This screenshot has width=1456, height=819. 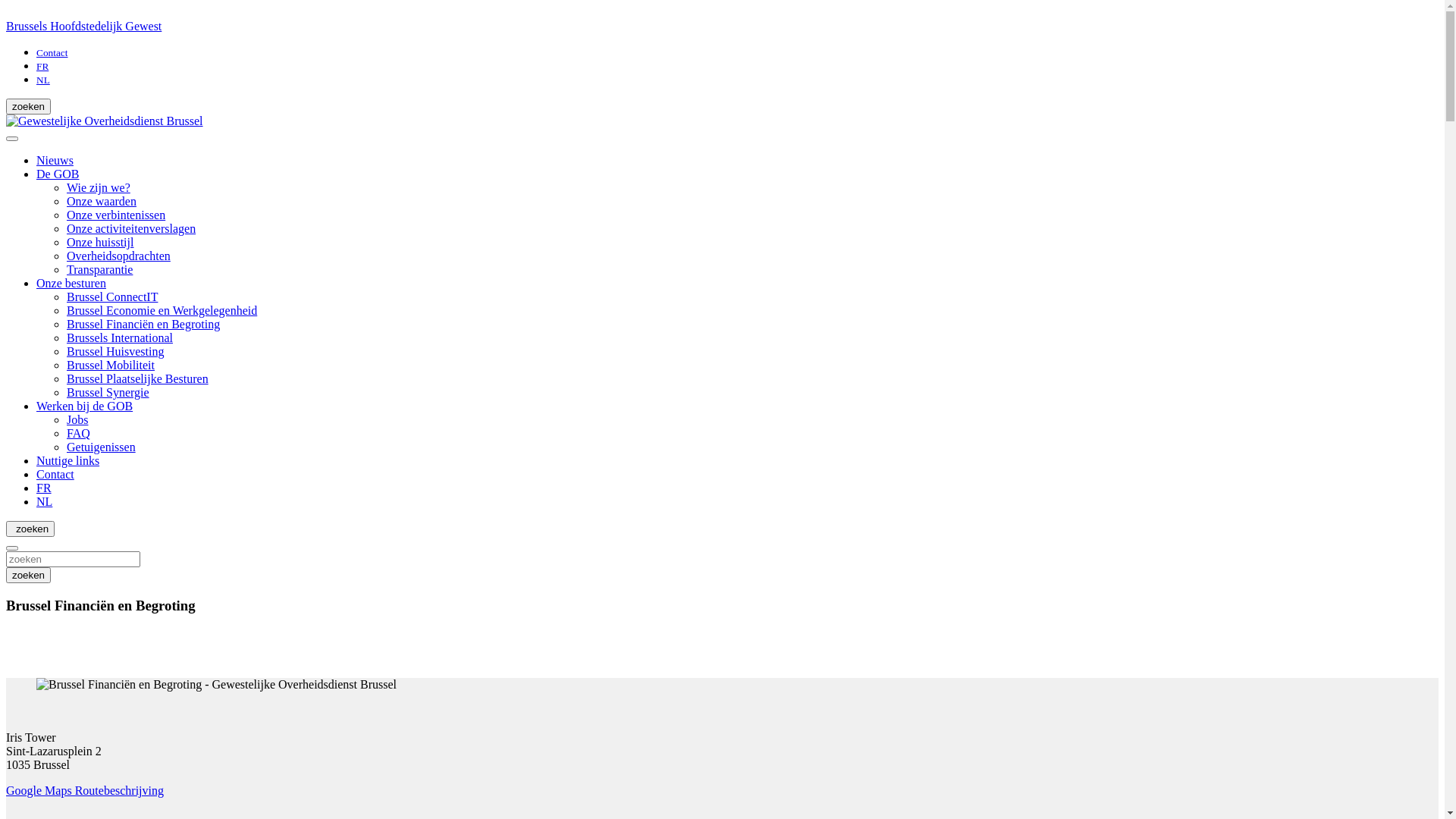 I want to click on 'Brussels International', so click(x=119, y=337).